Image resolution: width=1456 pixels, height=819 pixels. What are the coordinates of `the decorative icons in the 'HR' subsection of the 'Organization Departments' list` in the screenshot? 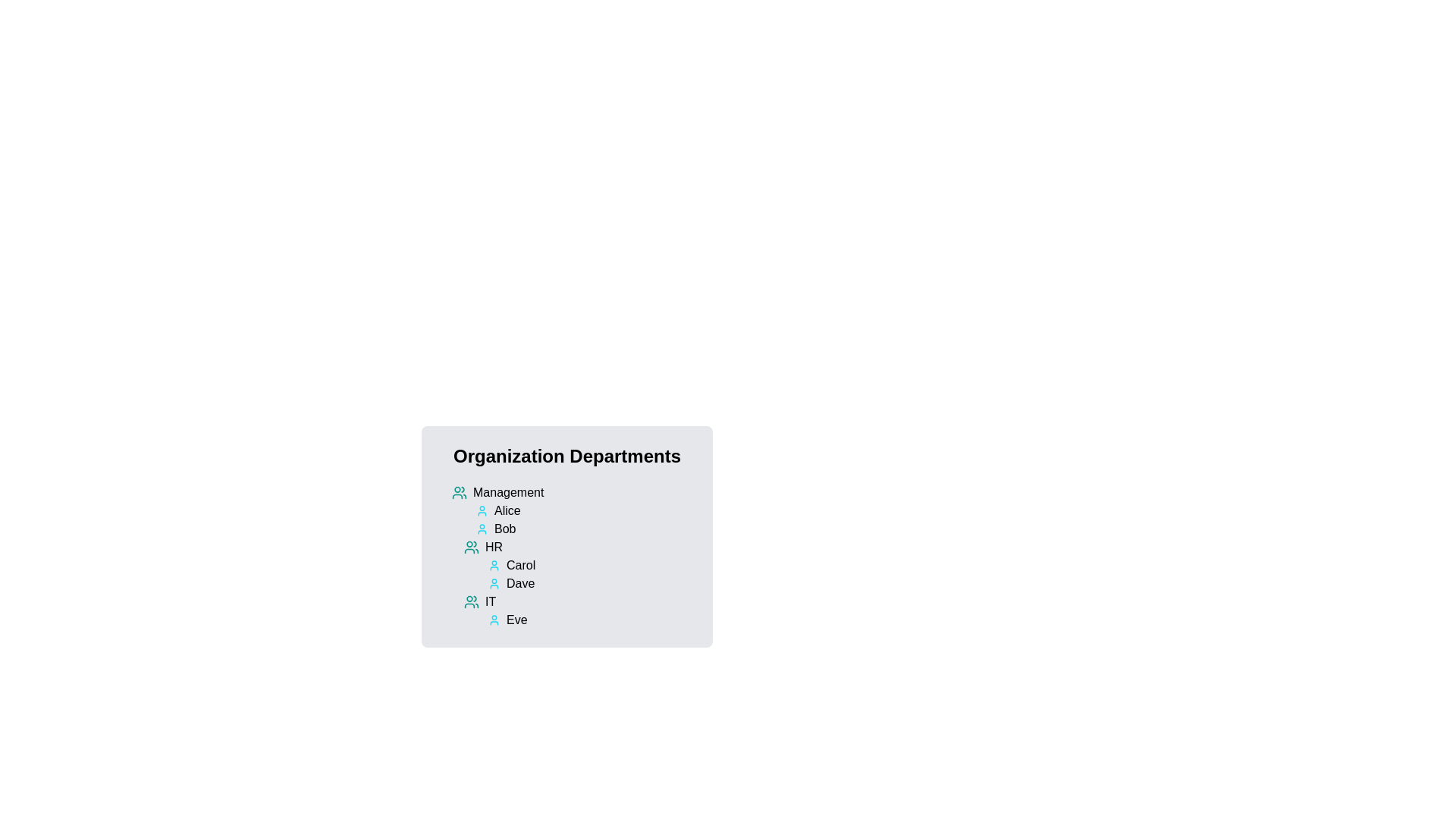 It's located at (578, 565).